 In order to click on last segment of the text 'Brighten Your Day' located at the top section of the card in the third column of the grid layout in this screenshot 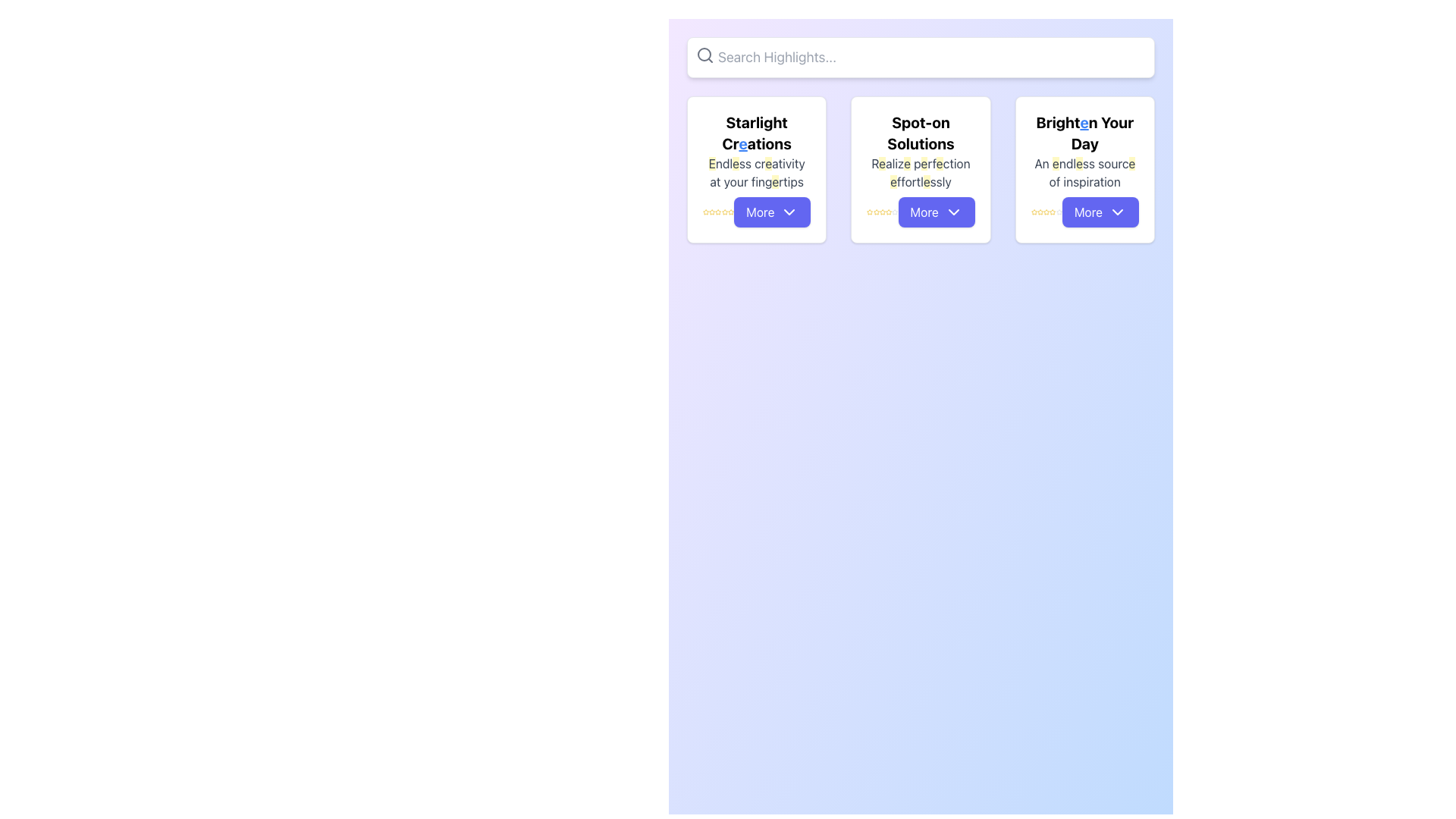, I will do `click(1102, 132)`.